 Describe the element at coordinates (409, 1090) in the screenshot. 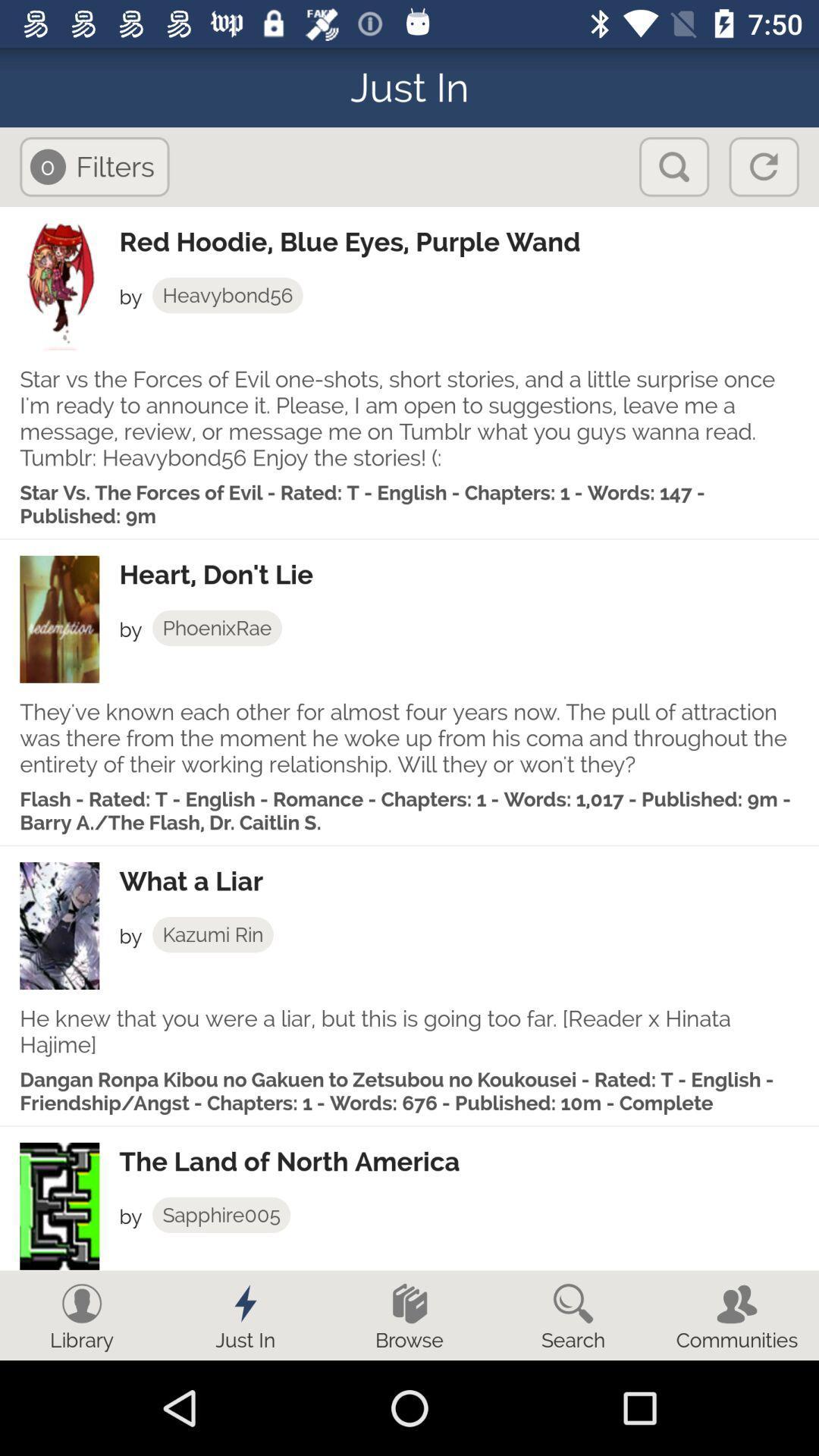

I see `dangan ronpa kibou app` at that location.